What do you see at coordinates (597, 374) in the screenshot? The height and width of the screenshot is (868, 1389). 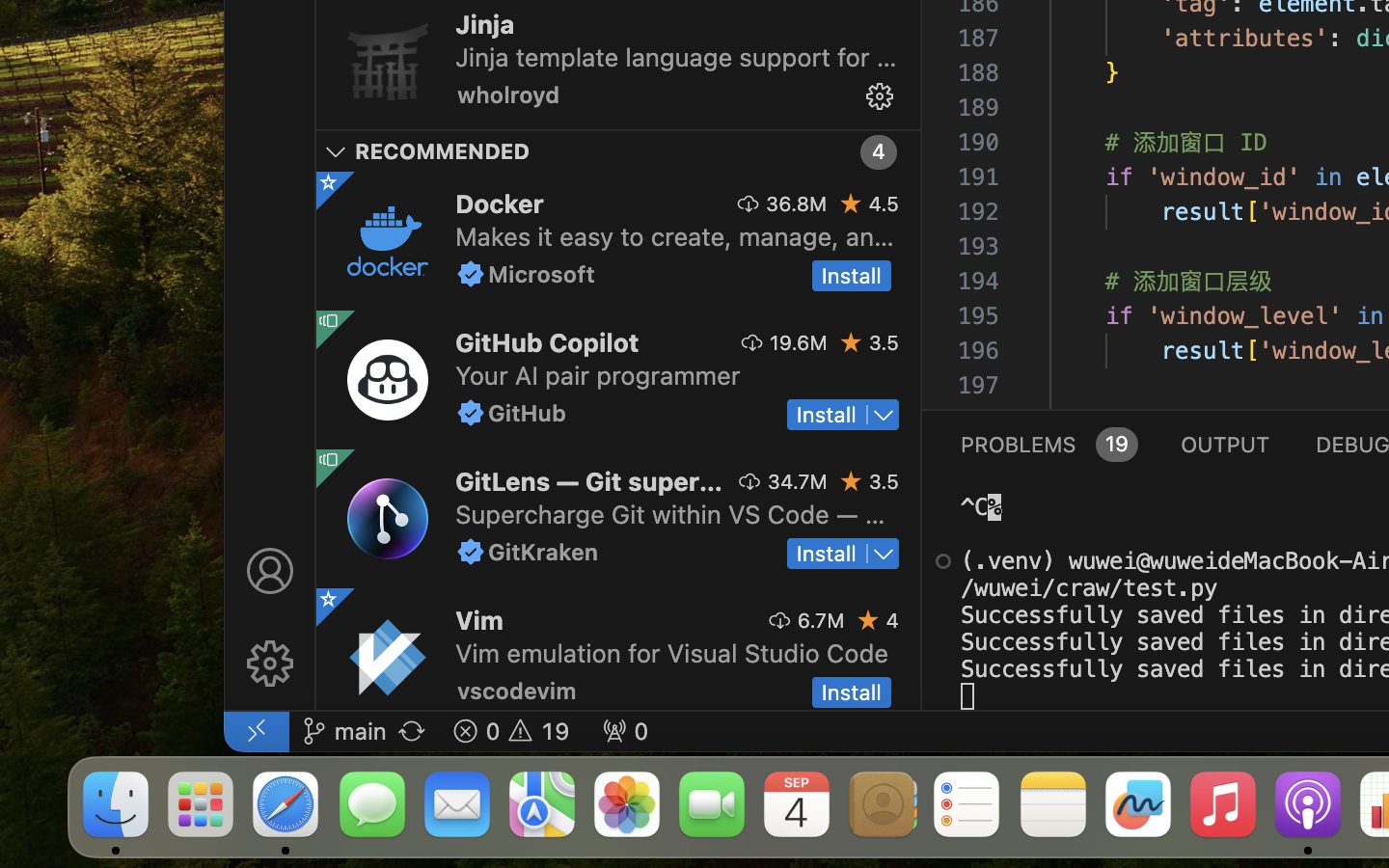 I see `'Your AI pair programmer'` at bounding box center [597, 374].